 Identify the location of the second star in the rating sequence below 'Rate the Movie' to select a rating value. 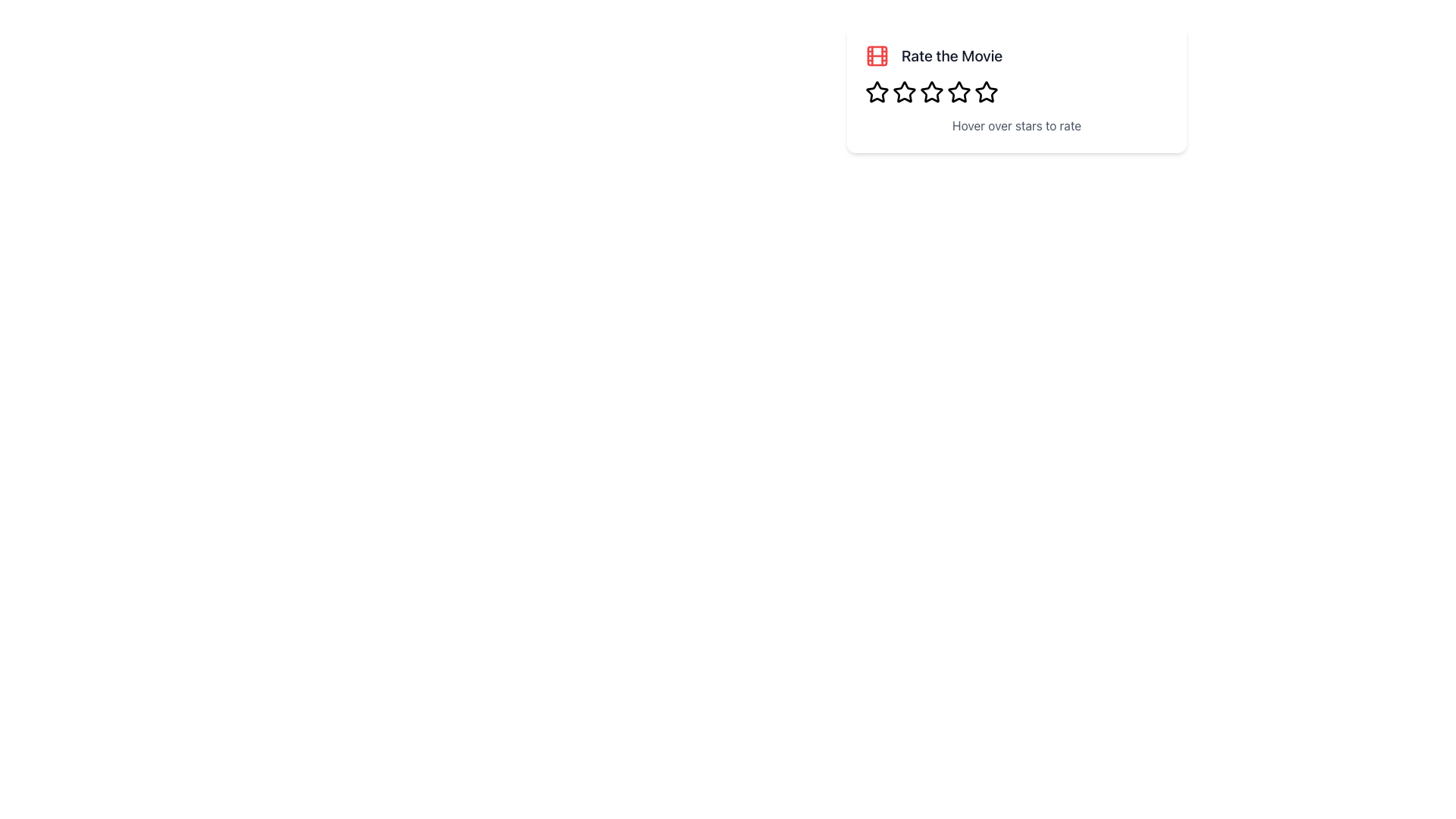
(905, 93).